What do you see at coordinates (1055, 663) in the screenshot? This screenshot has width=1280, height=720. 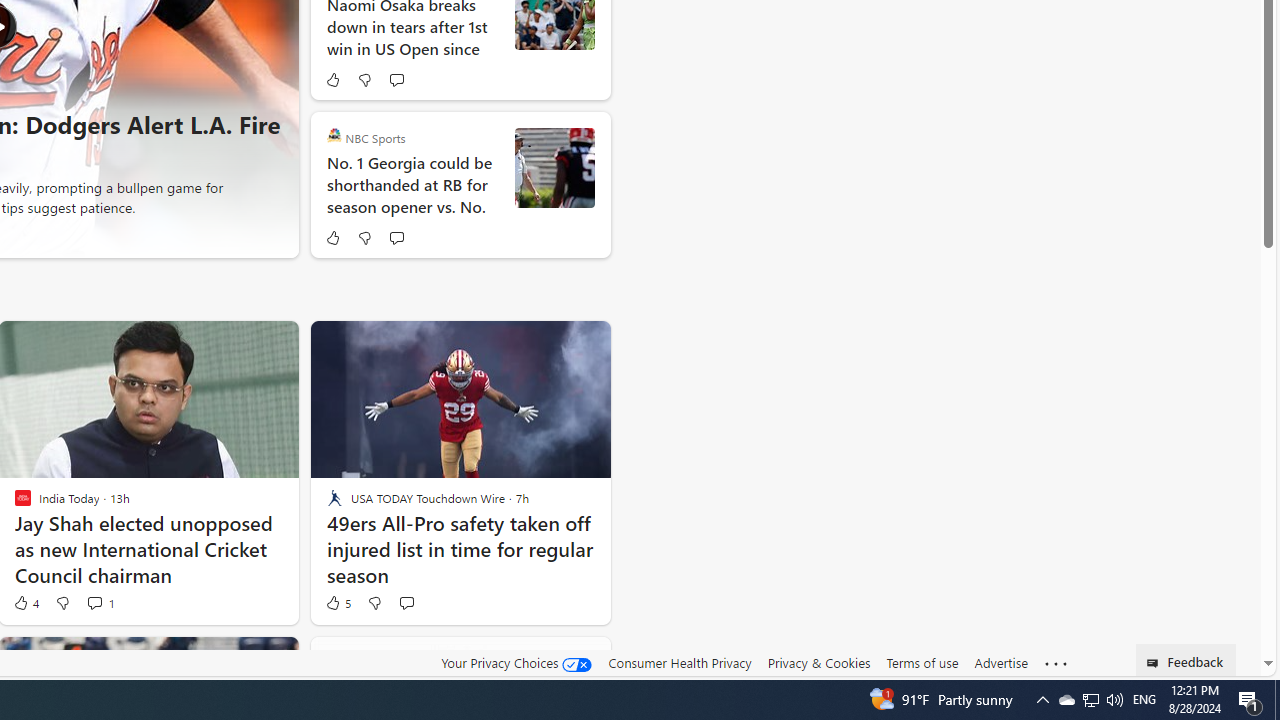 I see `'Class: oneFooter_seeMore-DS-EntryPoint1-1'` at bounding box center [1055, 663].